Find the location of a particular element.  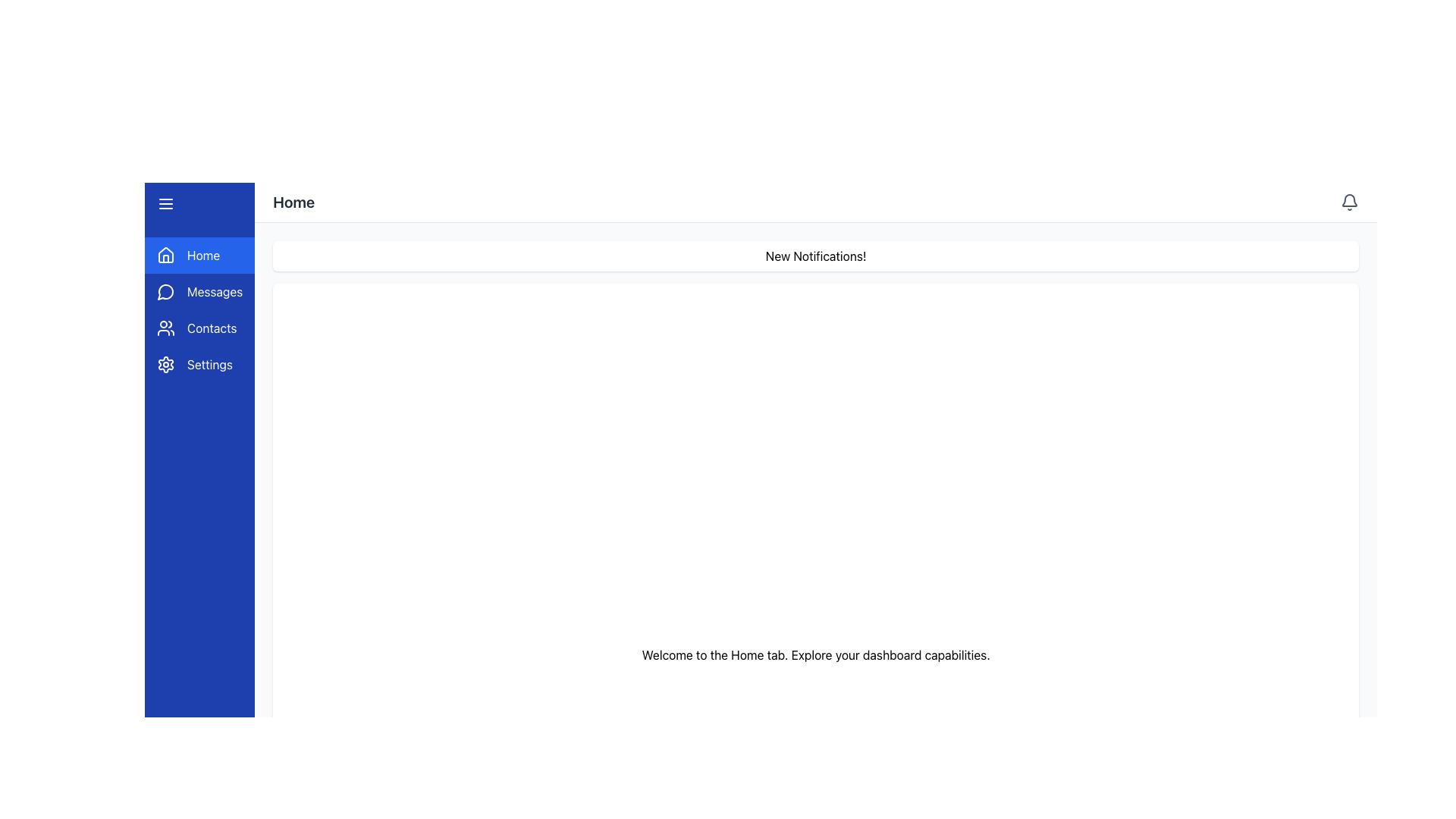

the button located at the bottom of the left sidebar, below 'Home', 'Messages', and 'Contacts' is located at coordinates (199, 365).